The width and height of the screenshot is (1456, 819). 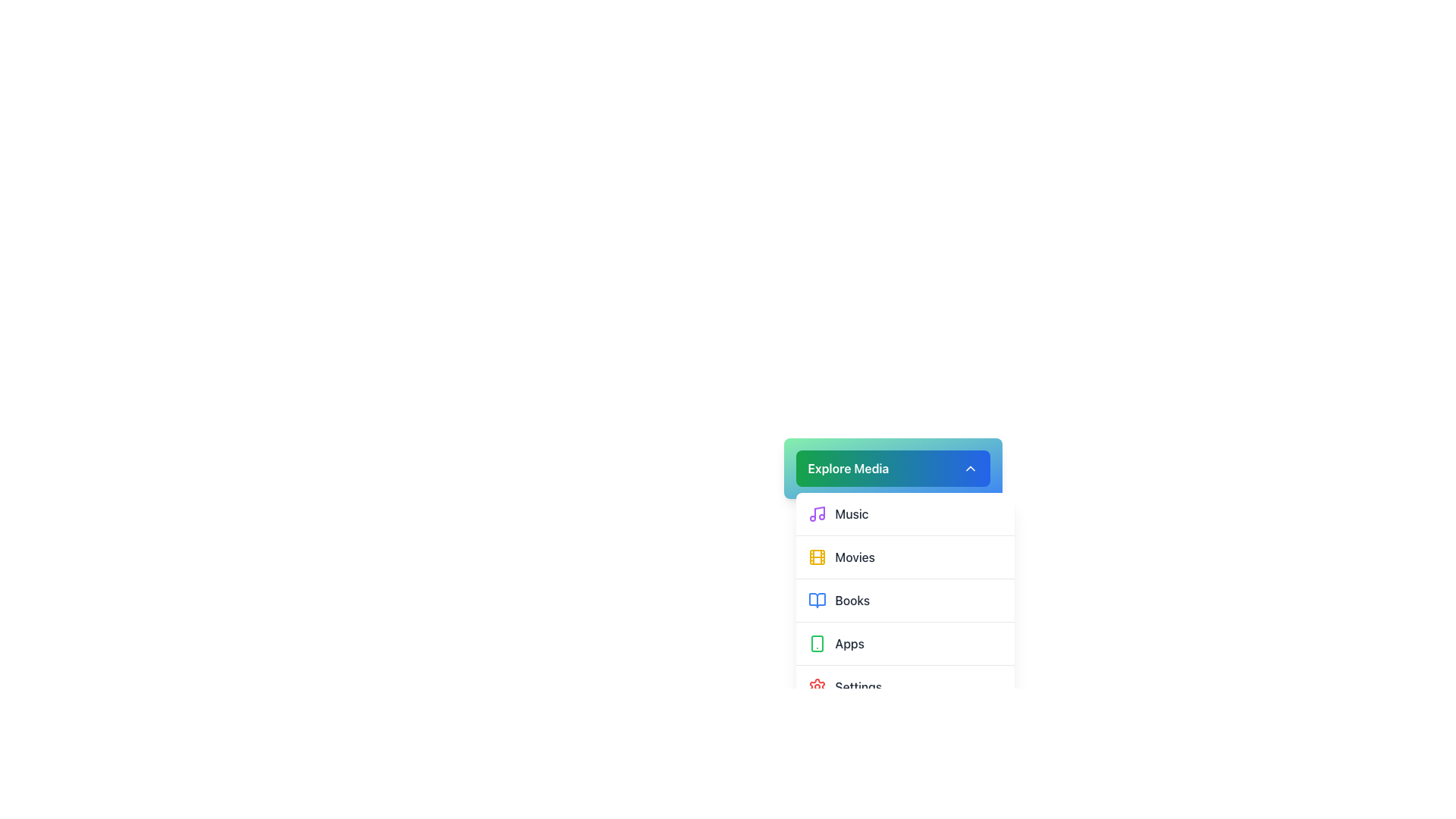 What do you see at coordinates (816, 643) in the screenshot?
I see `the green smartphone icon located to the left of the 'Apps' text label in the dropdown list under the 'Explore Media' header` at bounding box center [816, 643].